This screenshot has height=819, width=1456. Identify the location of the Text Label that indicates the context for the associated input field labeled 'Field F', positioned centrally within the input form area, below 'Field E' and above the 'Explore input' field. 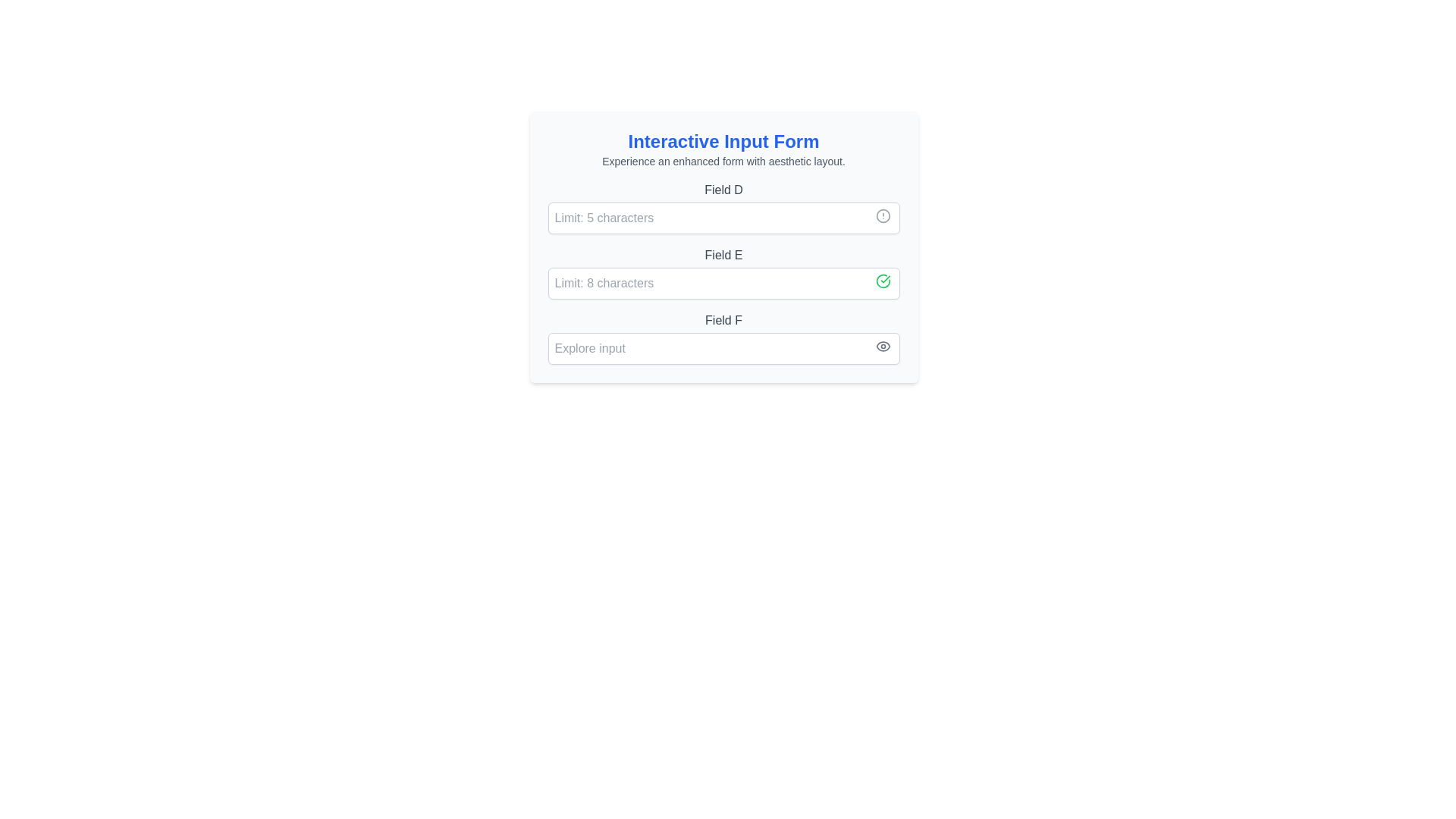
(723, 320).